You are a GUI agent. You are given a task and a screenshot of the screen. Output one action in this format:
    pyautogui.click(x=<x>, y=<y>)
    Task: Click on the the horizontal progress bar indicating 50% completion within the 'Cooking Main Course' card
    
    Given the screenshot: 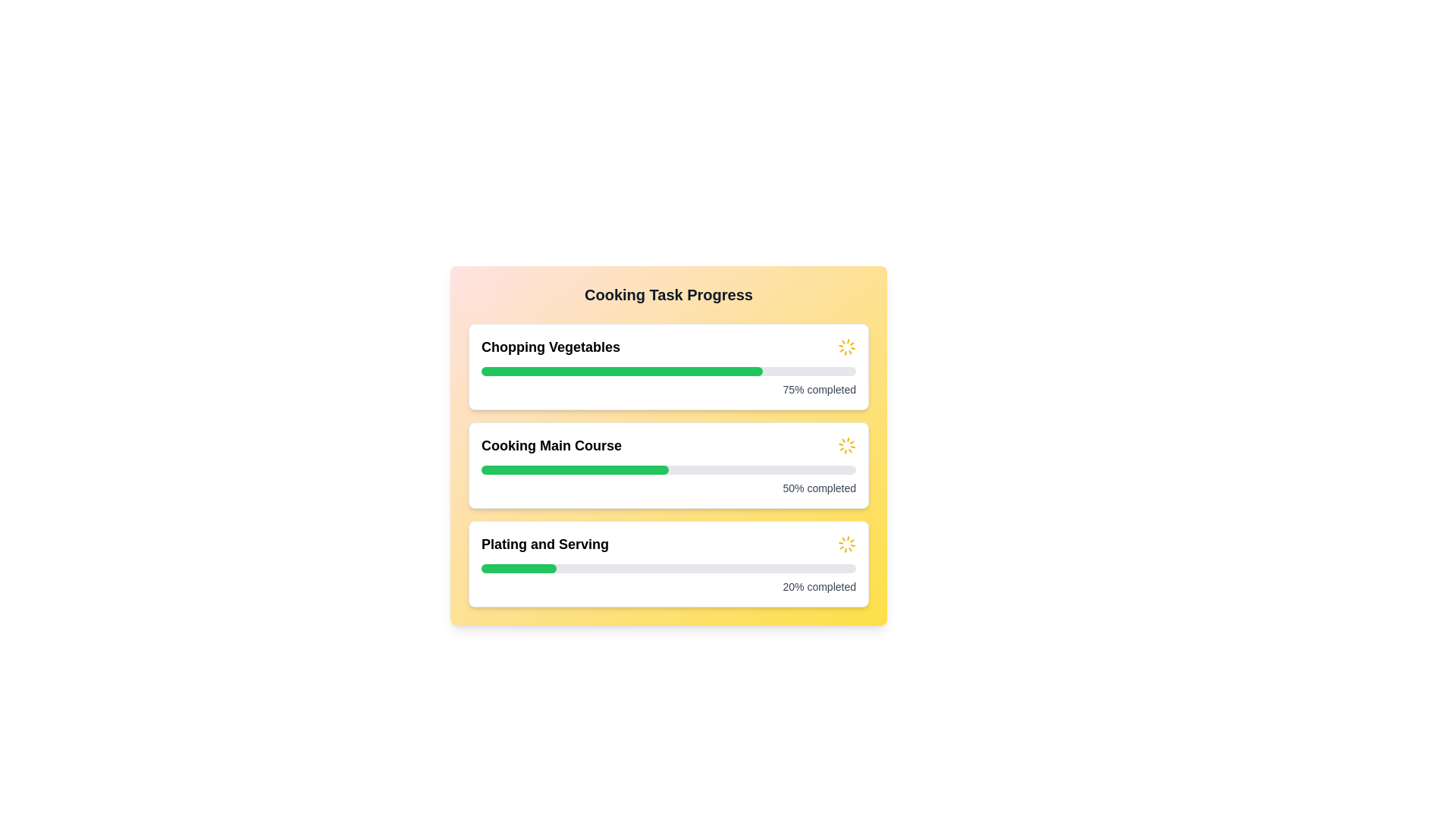 What is the action you would take?
    pyautogui.click(x=668, y=469)
    